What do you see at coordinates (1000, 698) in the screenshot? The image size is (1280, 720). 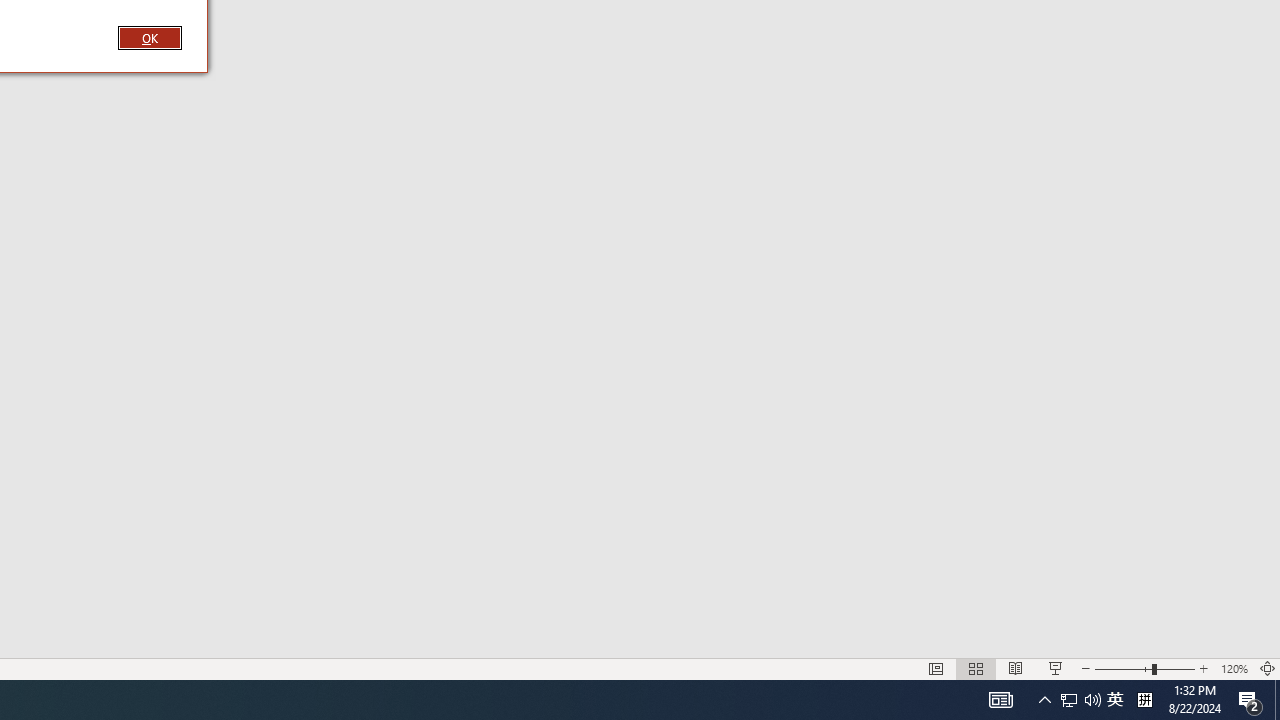 I see `'AutomationID: 4105'` at bounding box center [1000, 698].